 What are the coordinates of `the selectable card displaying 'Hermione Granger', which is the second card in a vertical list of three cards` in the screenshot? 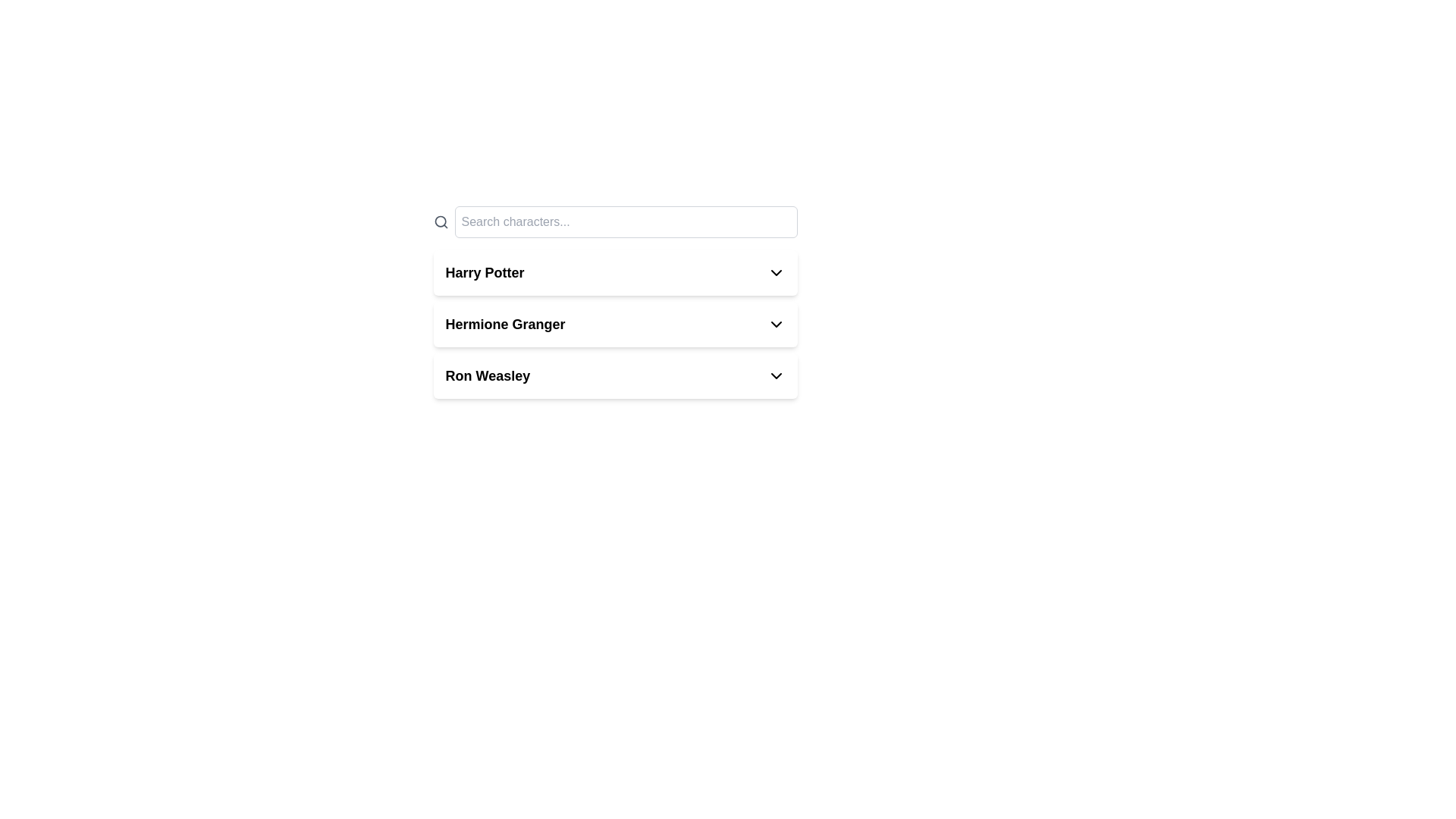 It's located at (615, 324).